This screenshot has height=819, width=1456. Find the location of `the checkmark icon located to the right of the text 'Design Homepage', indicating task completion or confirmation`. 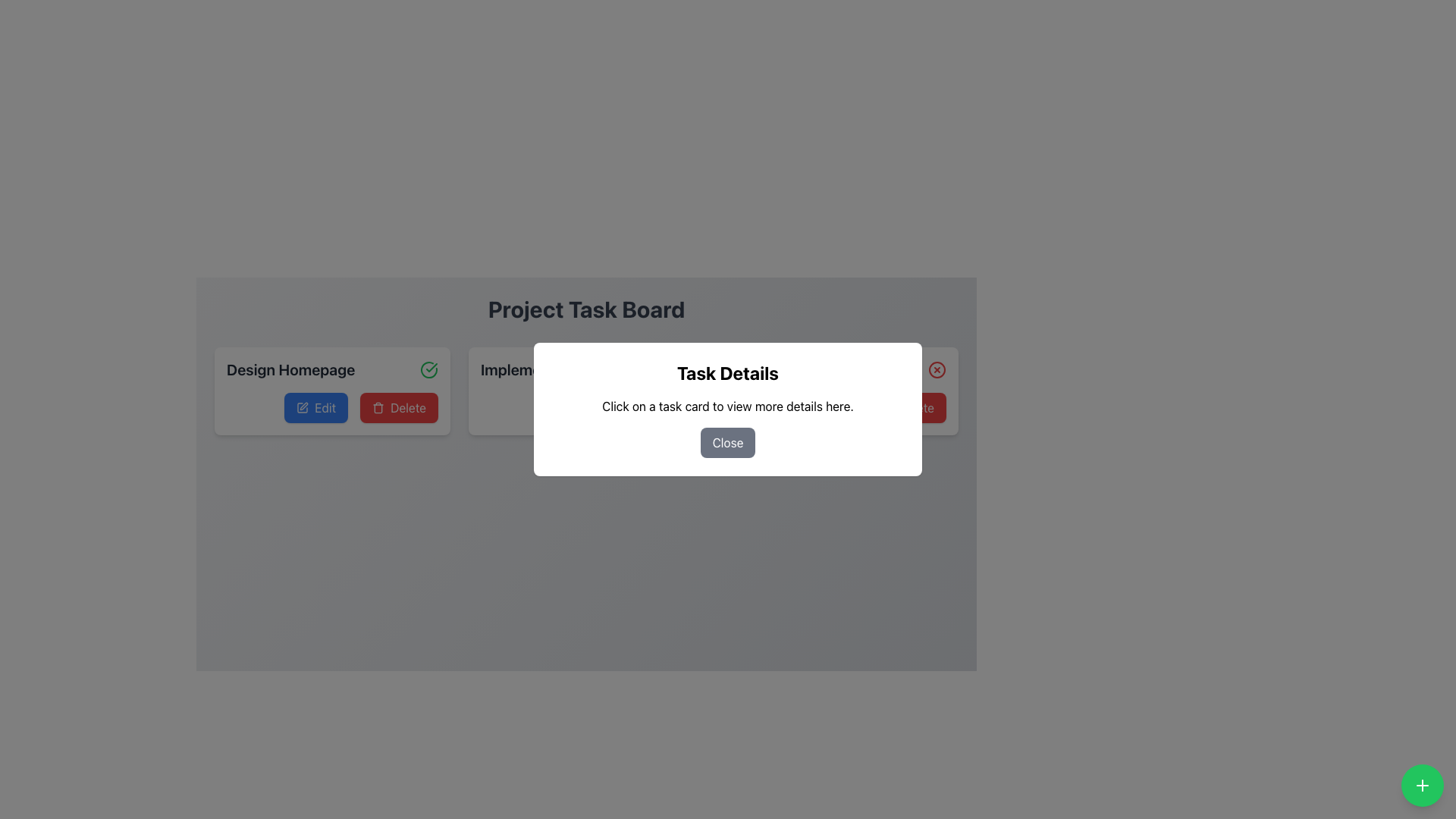

the checkmark icon located to the right of the text 'Design Homepage', indicating task completion or confirmation is located at coordinates (431, 368).